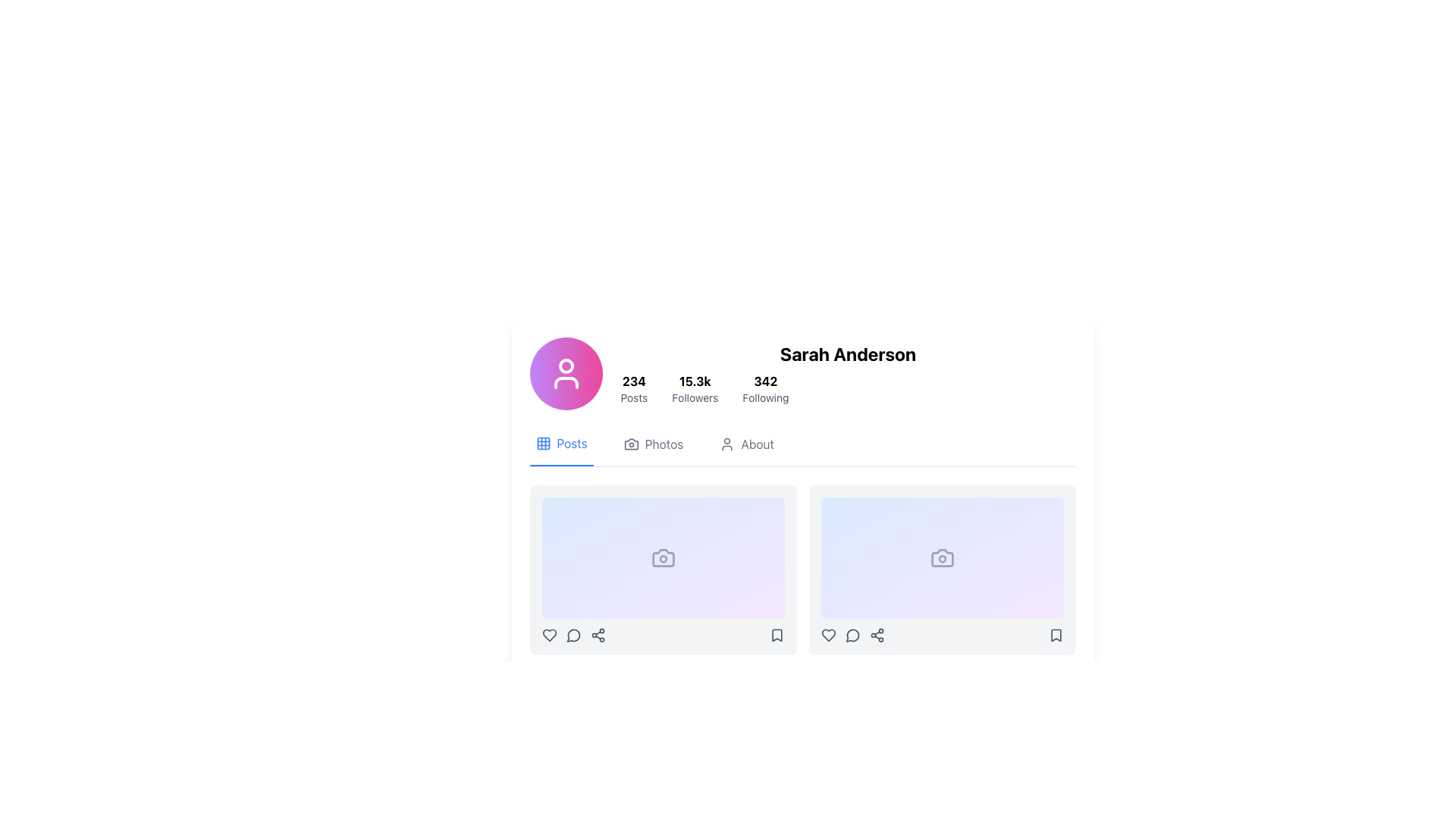  What do you see at coordinates (827, 635) in the screenshot?
I see `the heart icon button located under the second post's preview image to like or unlike the post` at bounding box center [827, 635].